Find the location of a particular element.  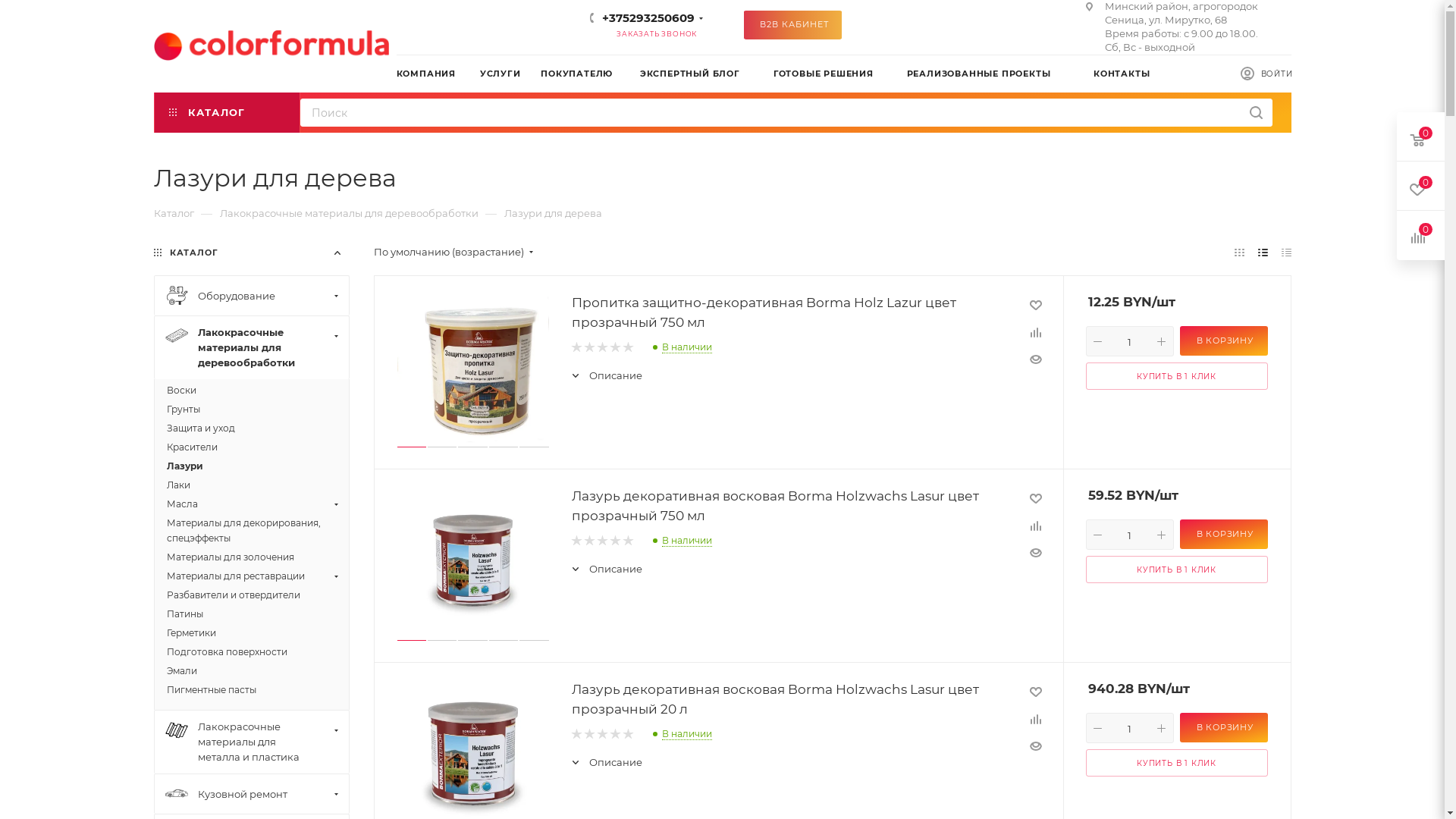

'+375293250609' is located at coordinates (648, 17).